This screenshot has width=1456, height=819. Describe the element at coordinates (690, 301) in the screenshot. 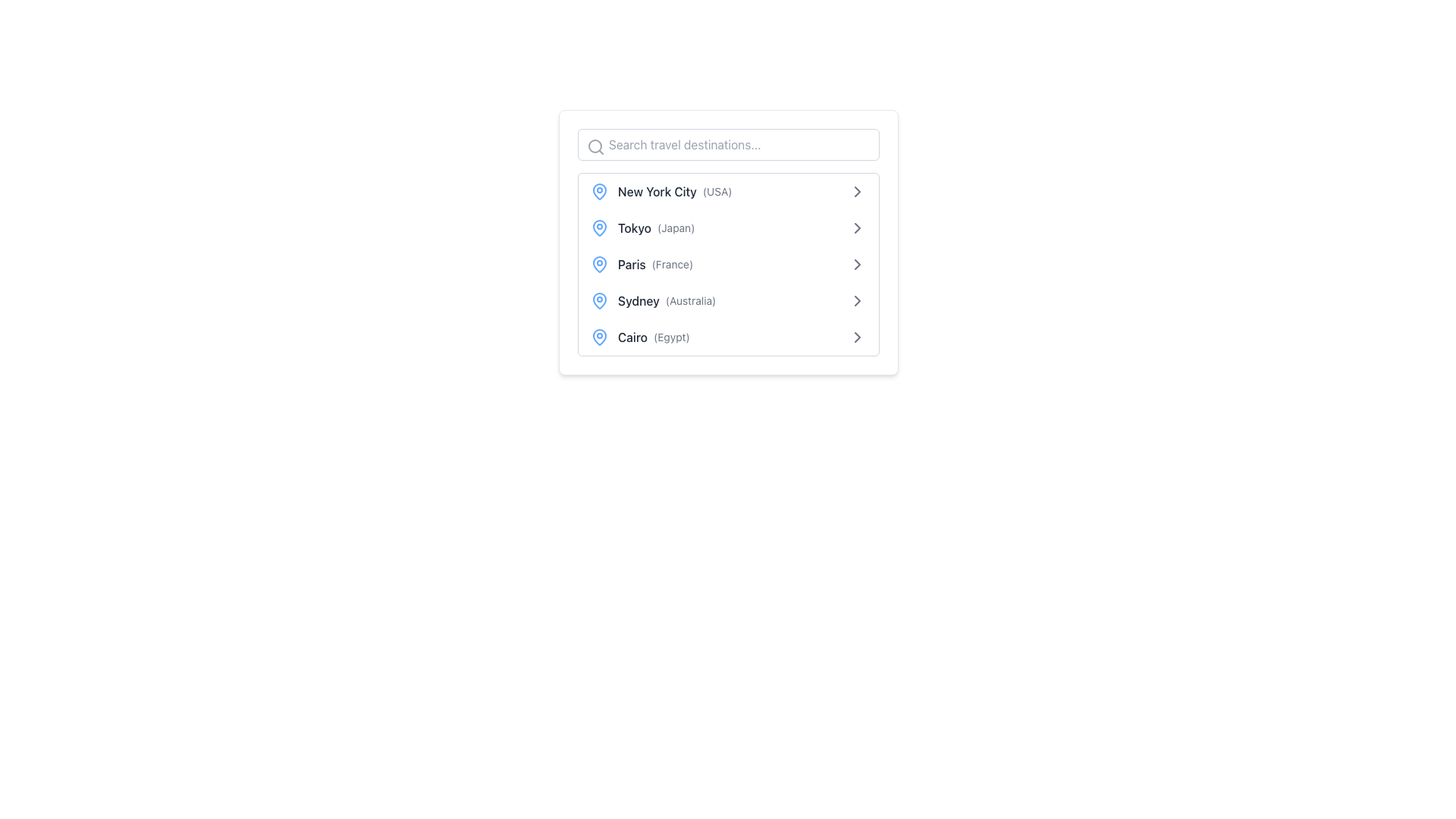

I see `the text label displaying '(Australia)' next to 'Sydney', which is in a small-sized, gray font located towards the lower center of the interface` at that location.